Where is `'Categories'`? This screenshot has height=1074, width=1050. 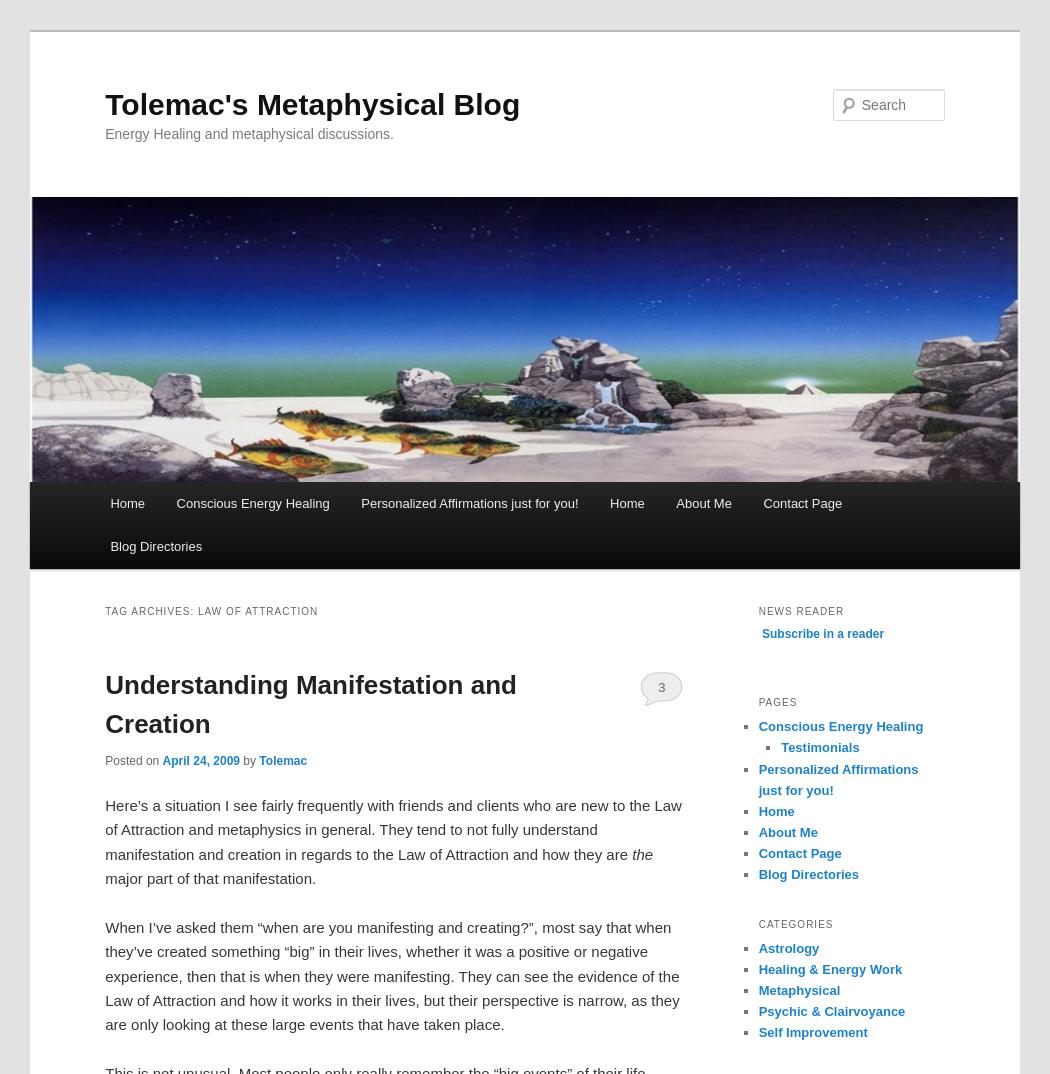
'Categories' is located at coordinates (794, 923).